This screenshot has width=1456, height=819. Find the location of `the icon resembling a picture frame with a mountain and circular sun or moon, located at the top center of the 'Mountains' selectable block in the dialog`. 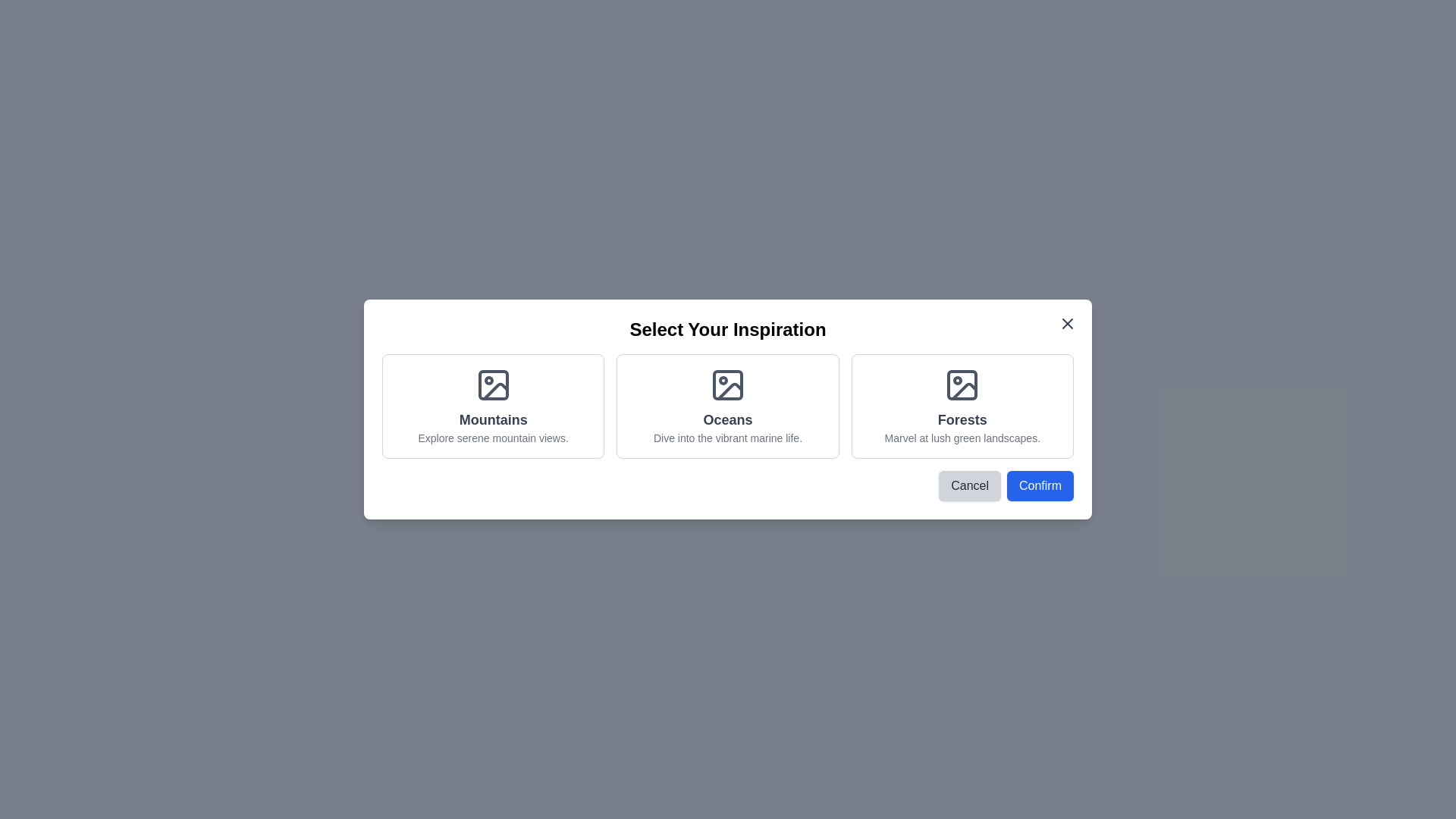

the icon resembling a picture frame with a mountain and circular sun or moon, located at the top center of the 'Mountains' selectable block in the dialog is located at coordinates (493, 384).